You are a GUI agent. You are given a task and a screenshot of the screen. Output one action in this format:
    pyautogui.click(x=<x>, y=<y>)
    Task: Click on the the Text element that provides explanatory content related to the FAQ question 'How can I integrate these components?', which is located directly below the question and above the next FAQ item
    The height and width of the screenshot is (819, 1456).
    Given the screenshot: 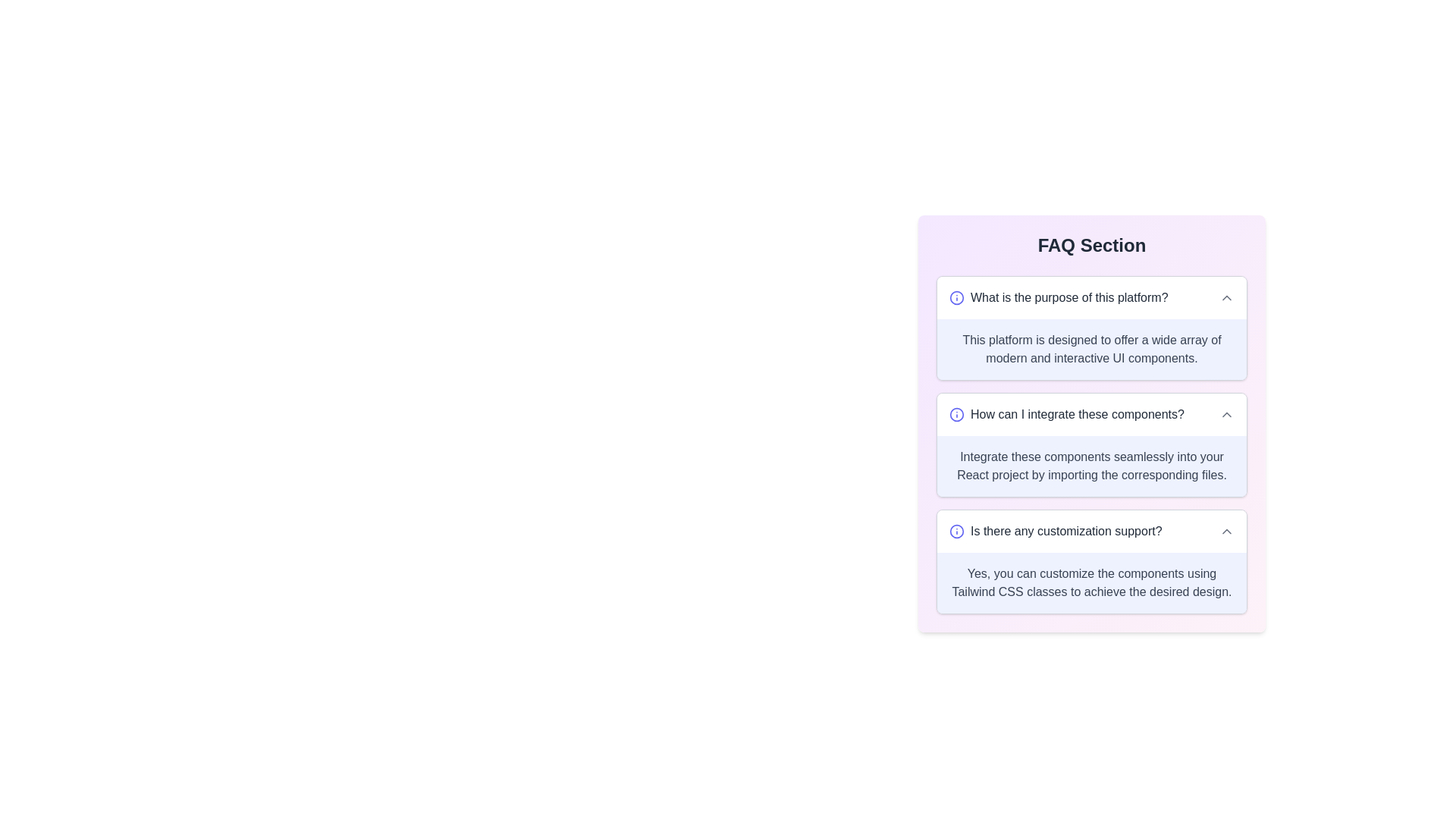 What is the action you would take?
    pyautogui.click(x=1092, y=465)
    